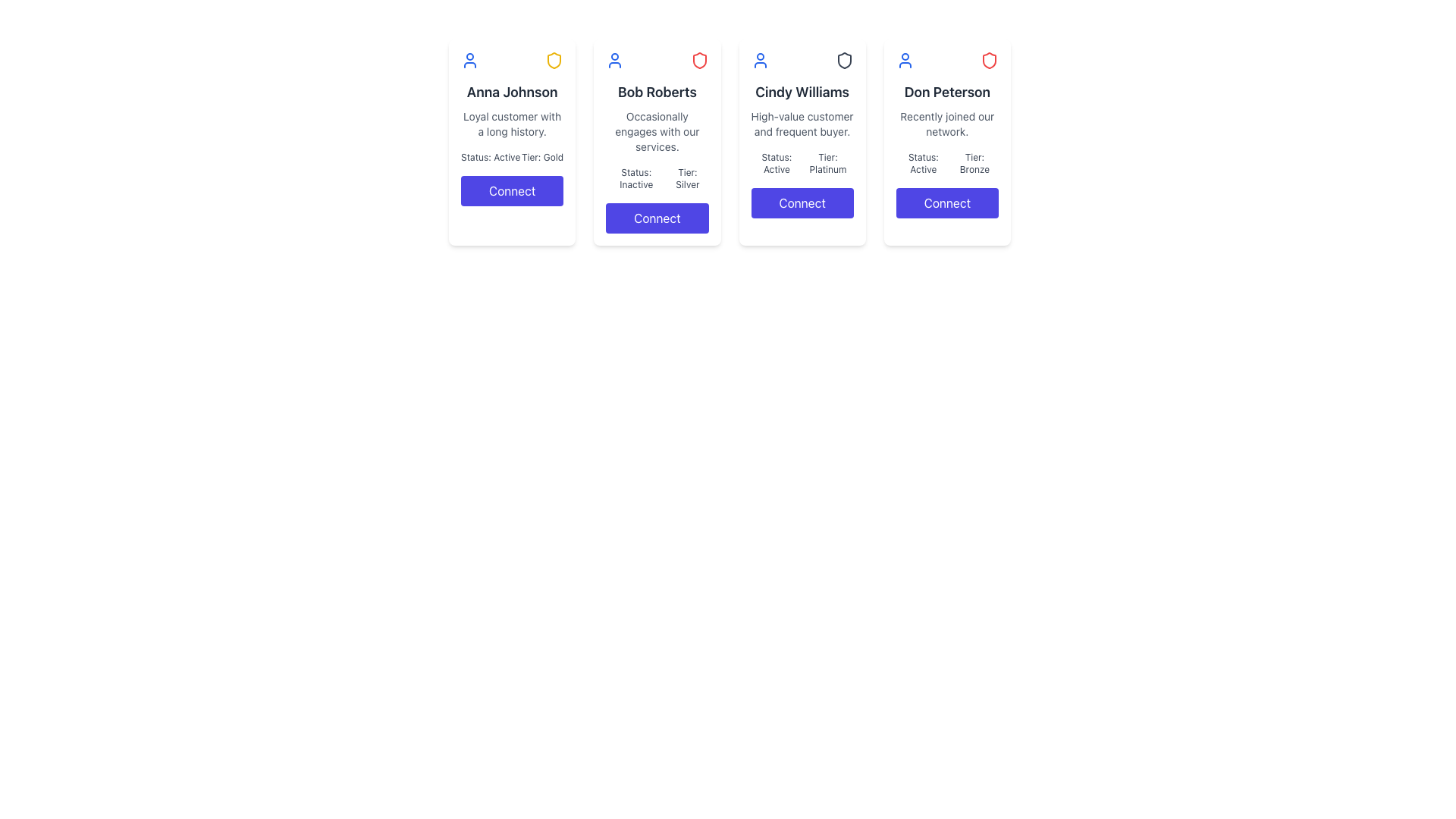  What do you see at coordinates (843, 60) in the screenshot?
I see `the shield icon status indicator on the third card from the left, located at the top-right corner adjacent to the name 'Cindy Williams'` at bounding box center [843, 60].